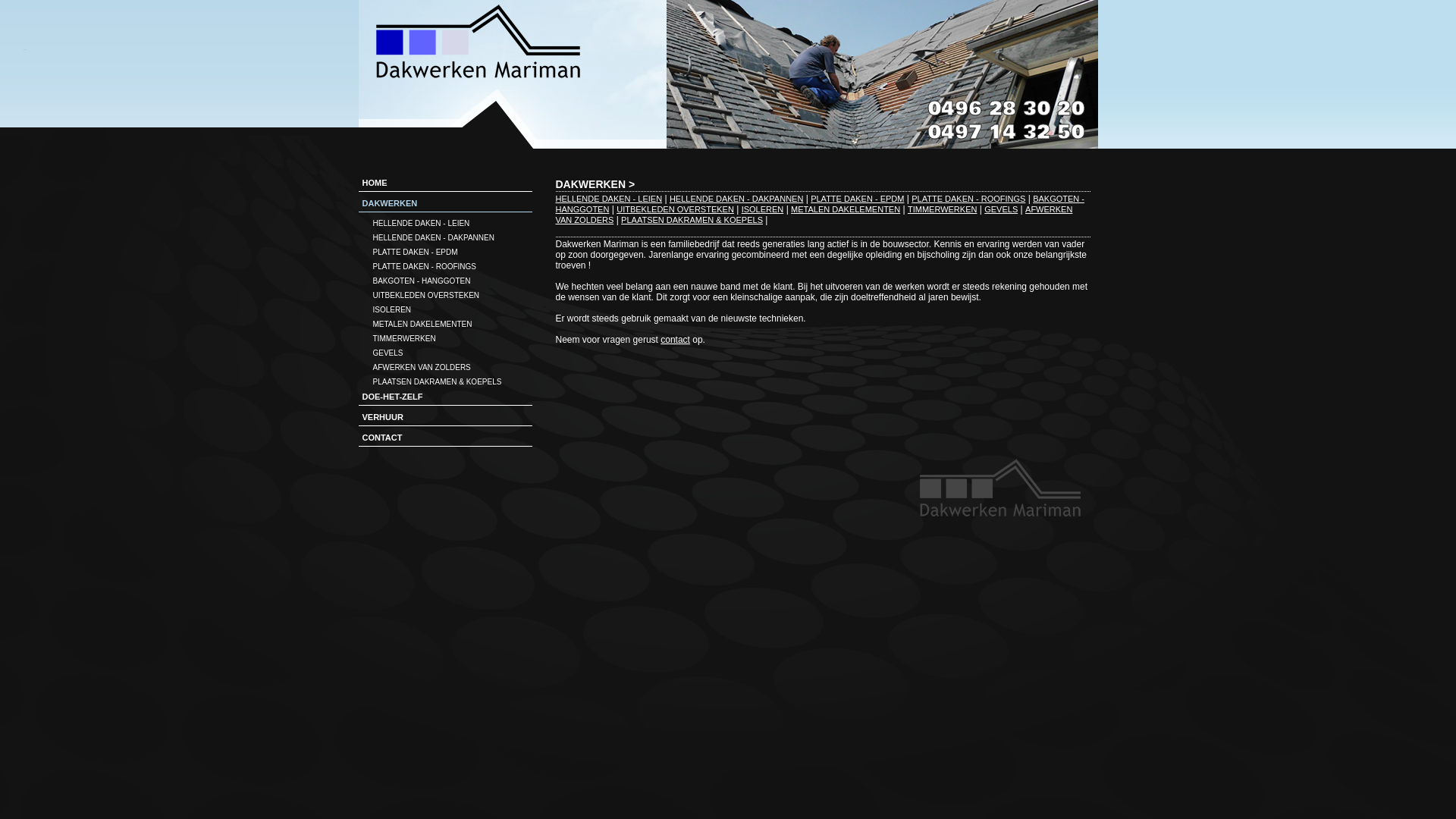  I want to click on 'VERHUUR', so click(453, 419).